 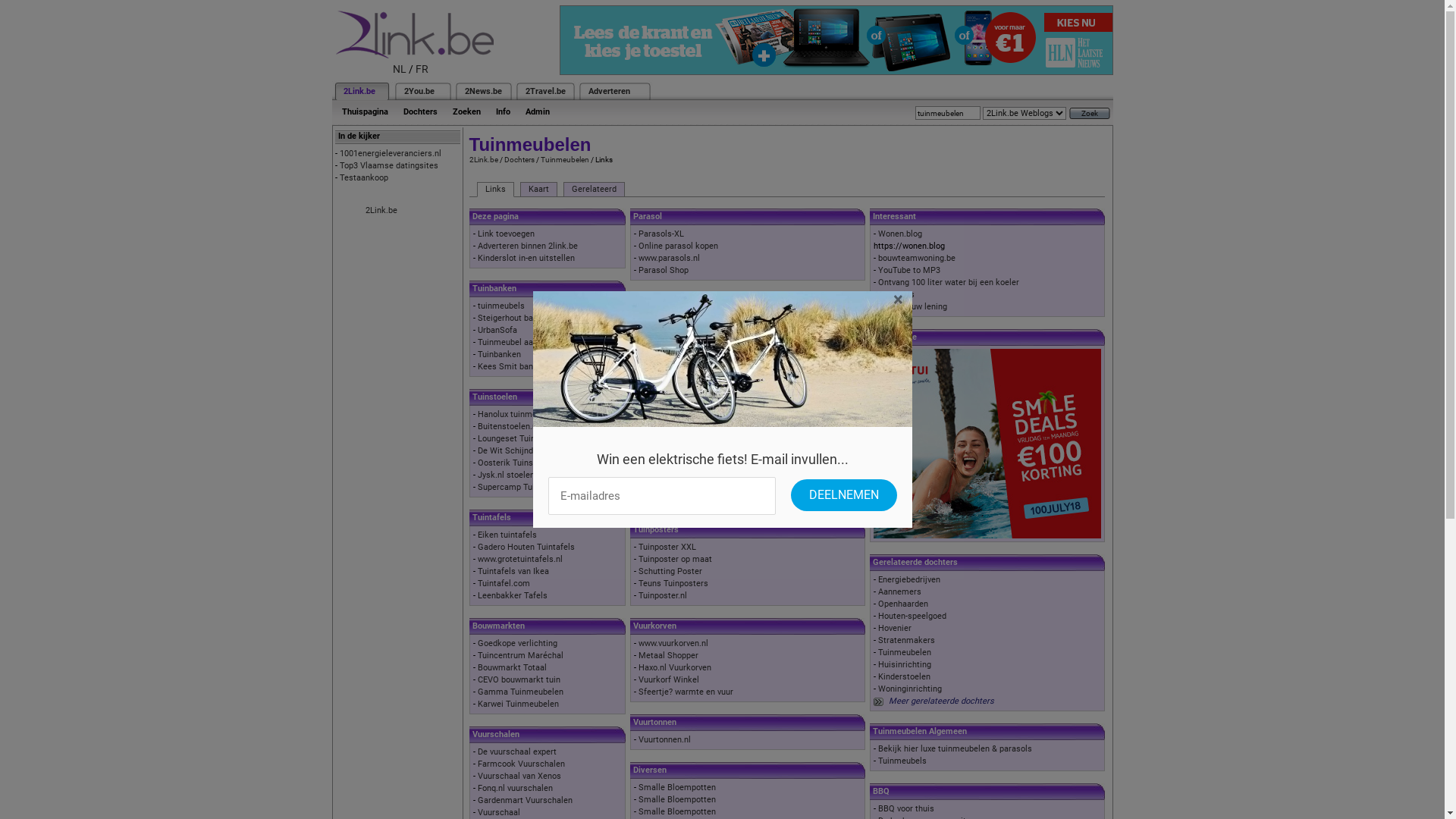 What do you see at coordinates (905, 664) in the screenshot?
I see `'Huisinrichting'` at bounding box center [905, 664].